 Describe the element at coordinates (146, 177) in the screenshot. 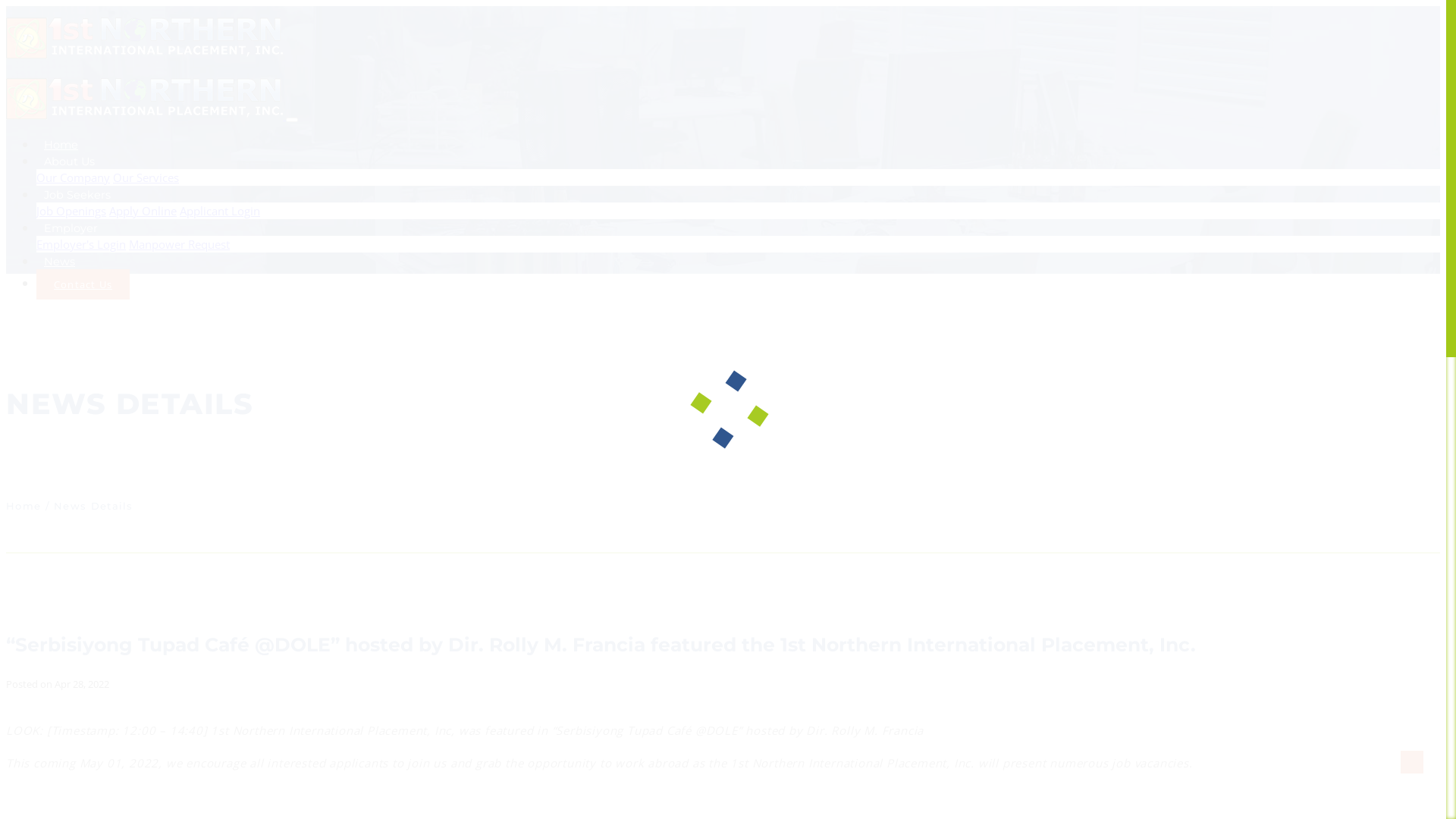

I see `'Our Services'` at that location.